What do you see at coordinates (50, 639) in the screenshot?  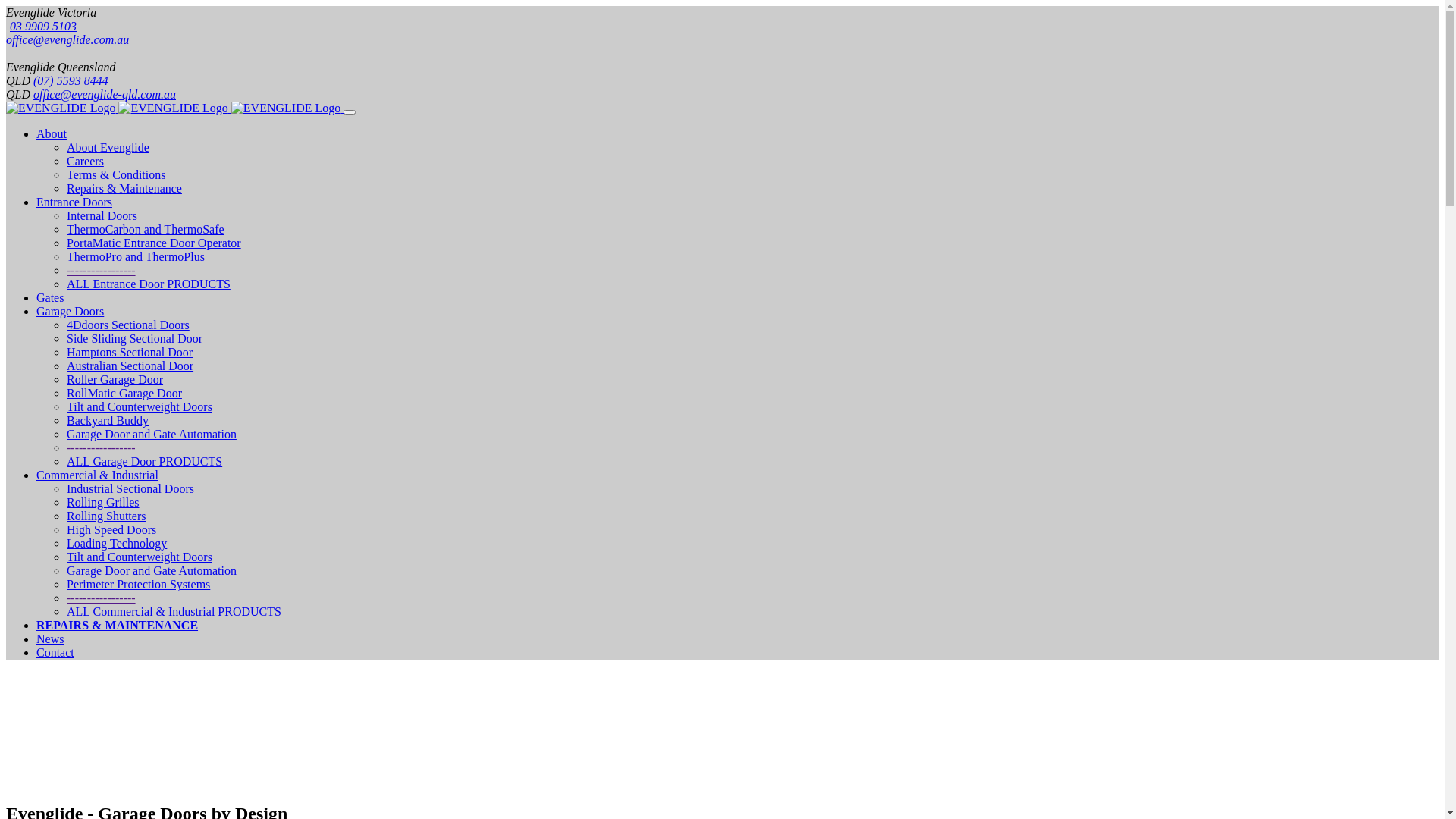 I see `'News'` at bounding box center [50, 639].